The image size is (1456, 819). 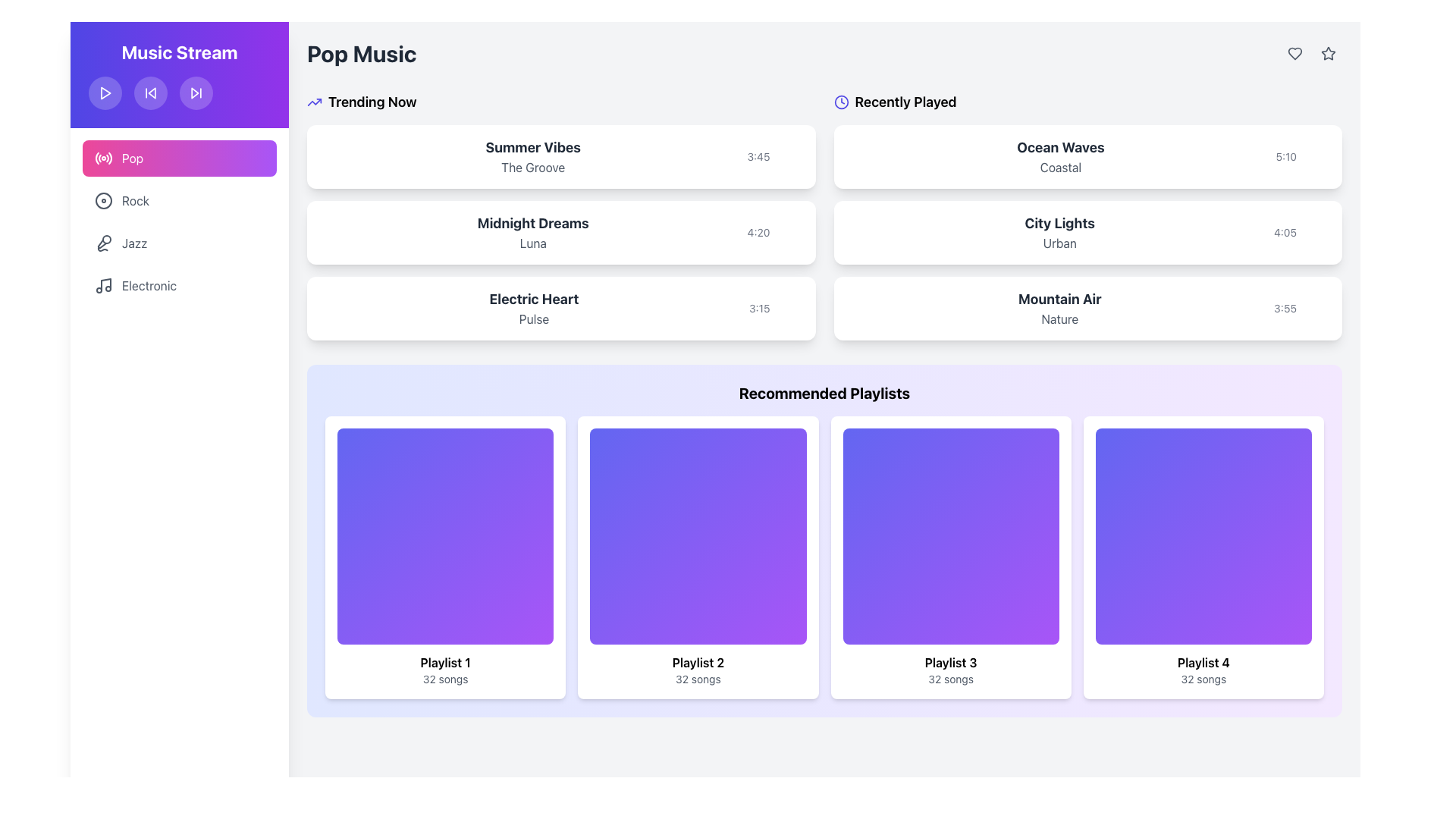 What do you see at coordinates (1328, 52) in the screenshot?
I see `the star icon located in the top-right corner of the interface` at bounding box center [1328, 52].